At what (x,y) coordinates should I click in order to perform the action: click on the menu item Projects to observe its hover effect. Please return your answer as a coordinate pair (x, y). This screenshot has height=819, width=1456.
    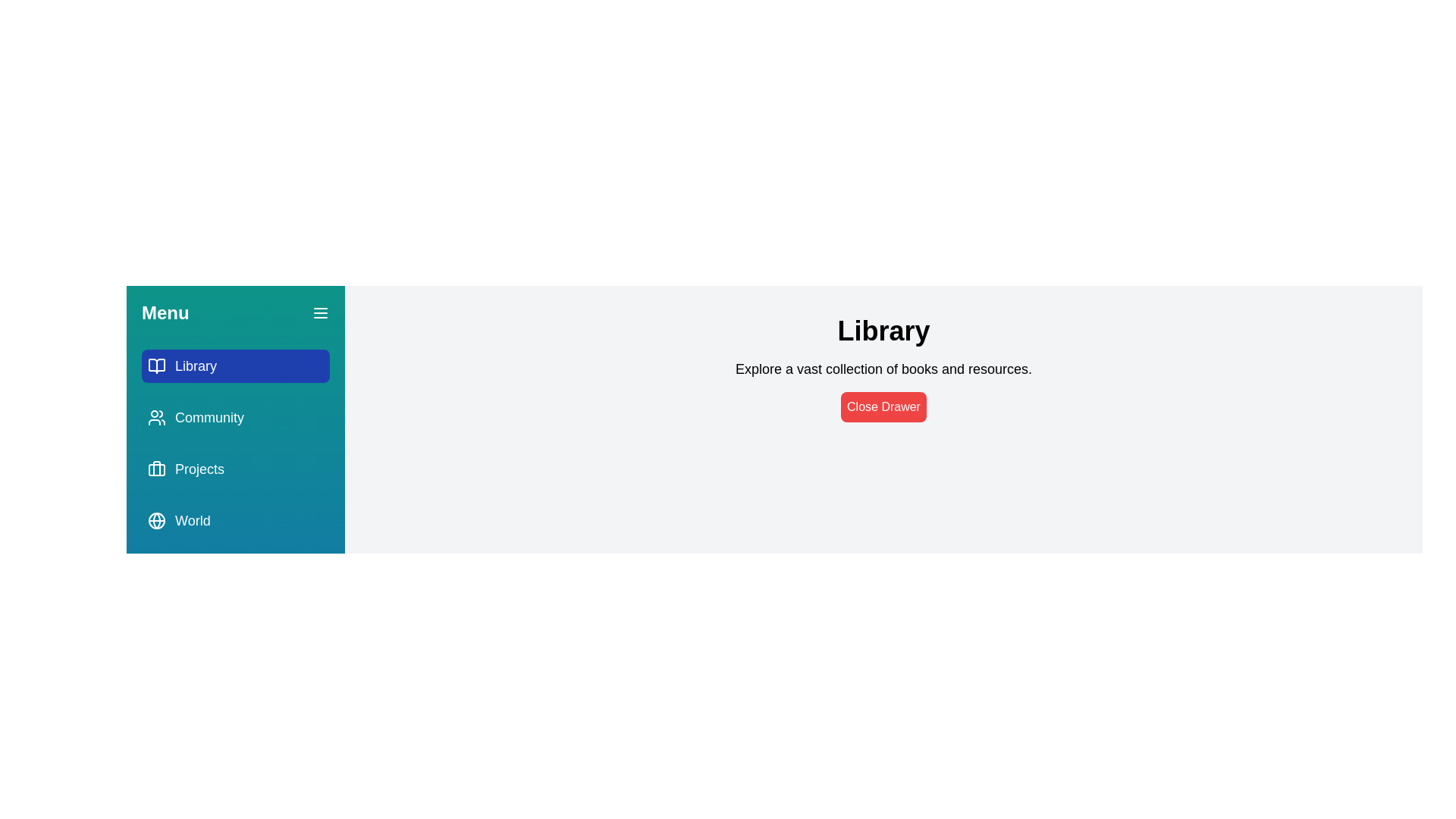
    Looking at the image, I should click on (235, 468).